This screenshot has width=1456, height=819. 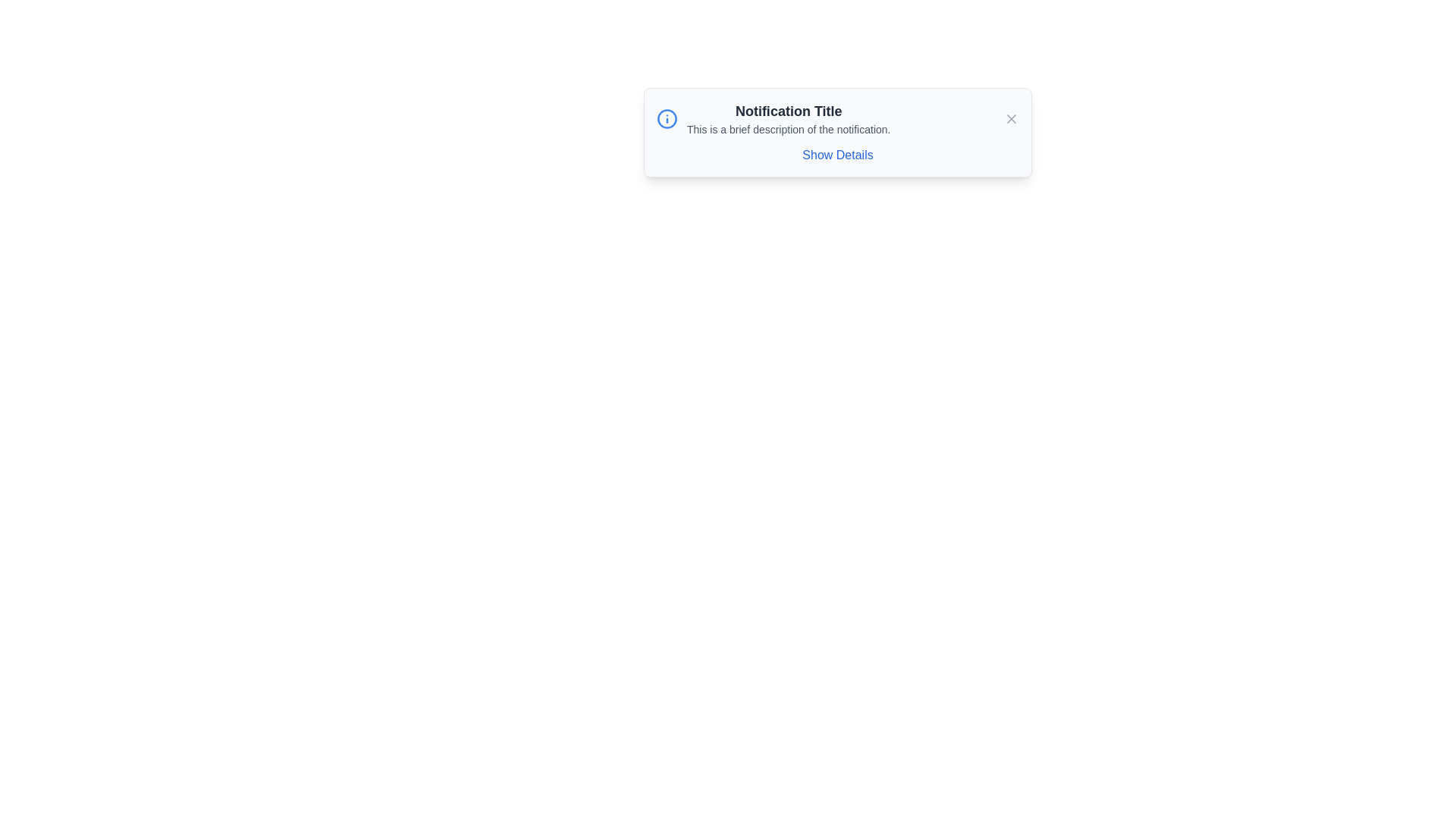 I want to click on text title 'Notification Title' displayed in bold and larger font within the notification card, so click(x=789, y=110).